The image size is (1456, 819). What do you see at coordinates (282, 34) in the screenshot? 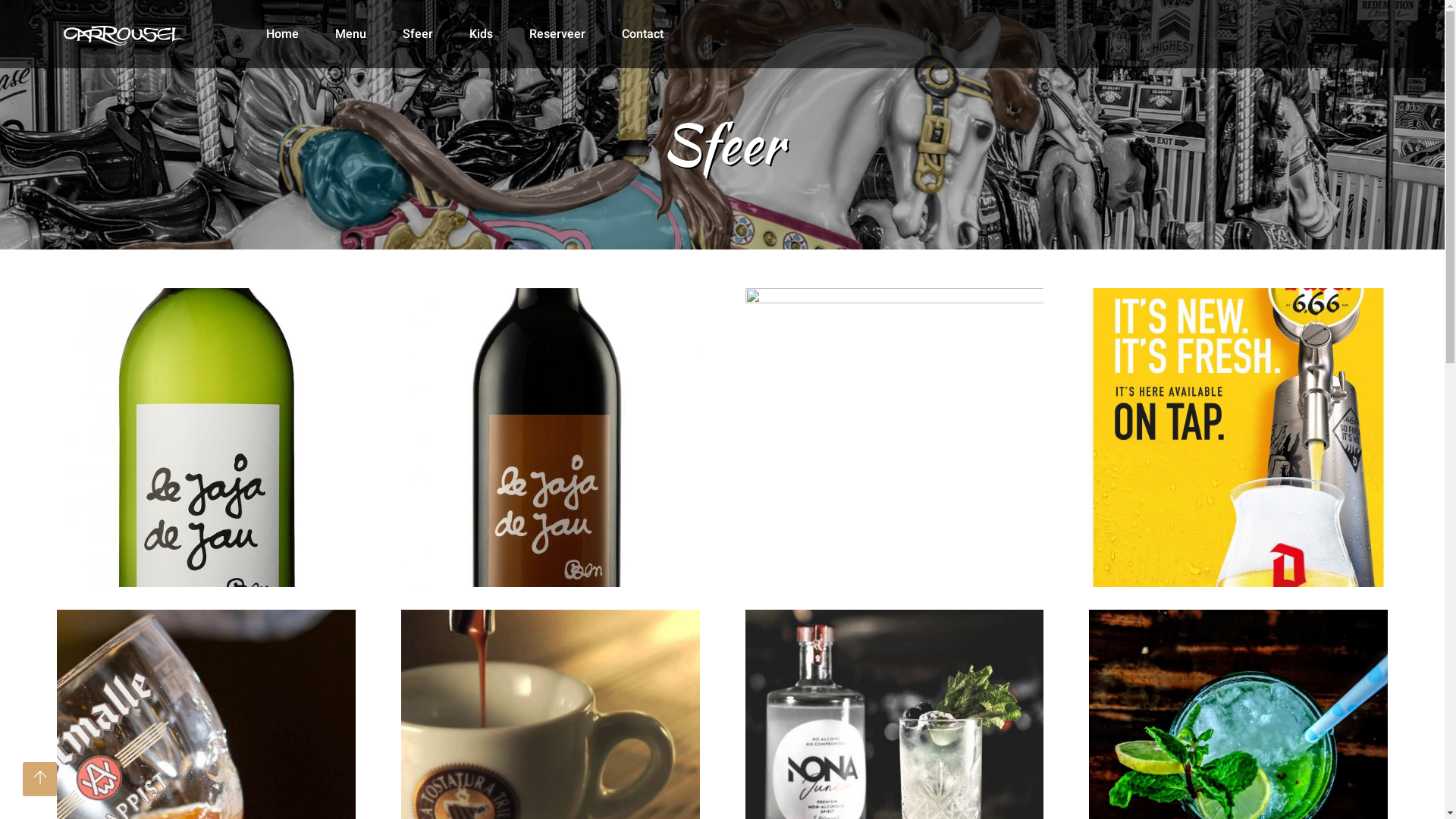
I see `'Home'` at bounding box center [282, 34].